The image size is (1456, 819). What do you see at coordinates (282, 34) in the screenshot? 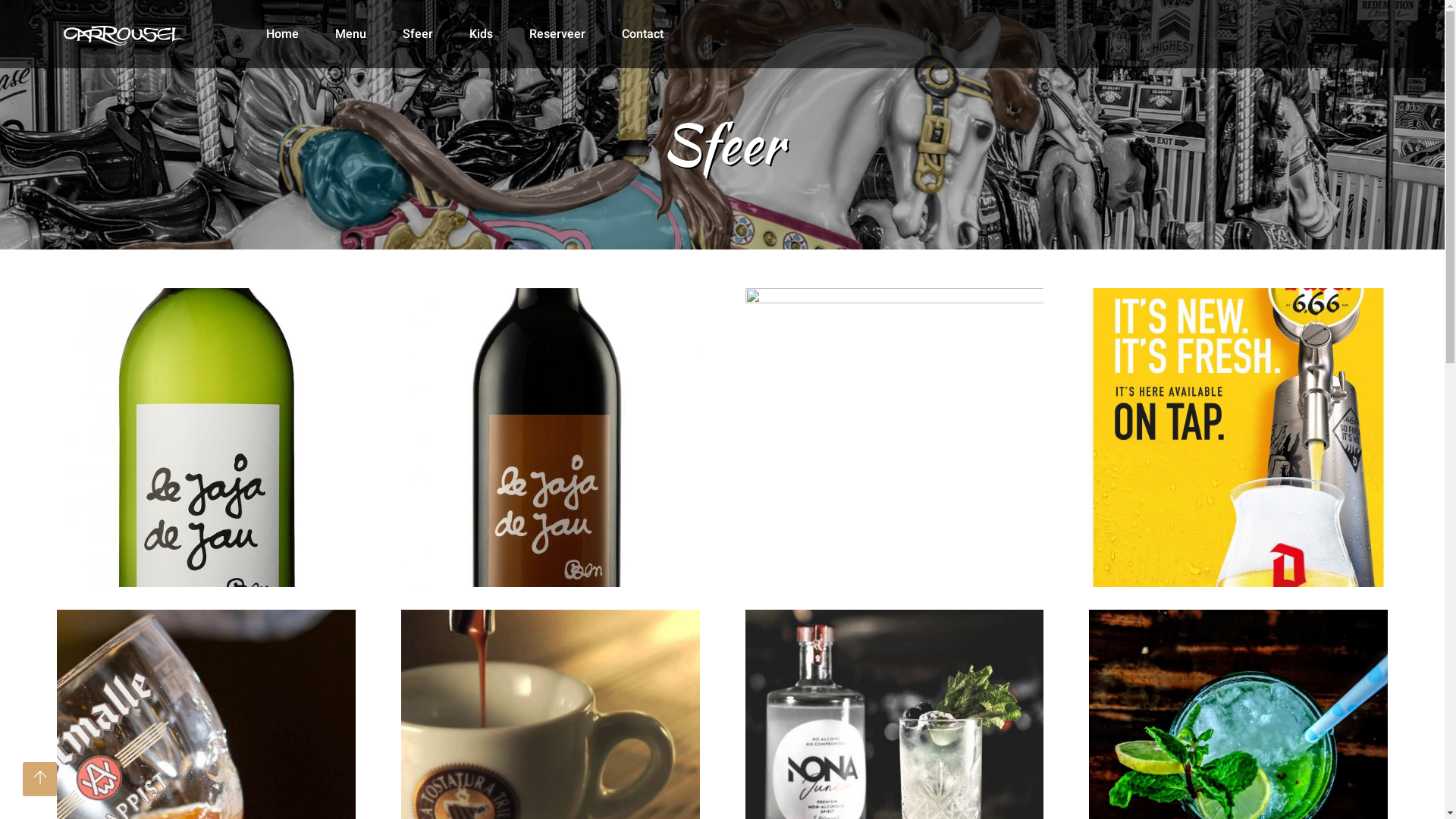
I see `'Home'` at bounding box center [282, 34].